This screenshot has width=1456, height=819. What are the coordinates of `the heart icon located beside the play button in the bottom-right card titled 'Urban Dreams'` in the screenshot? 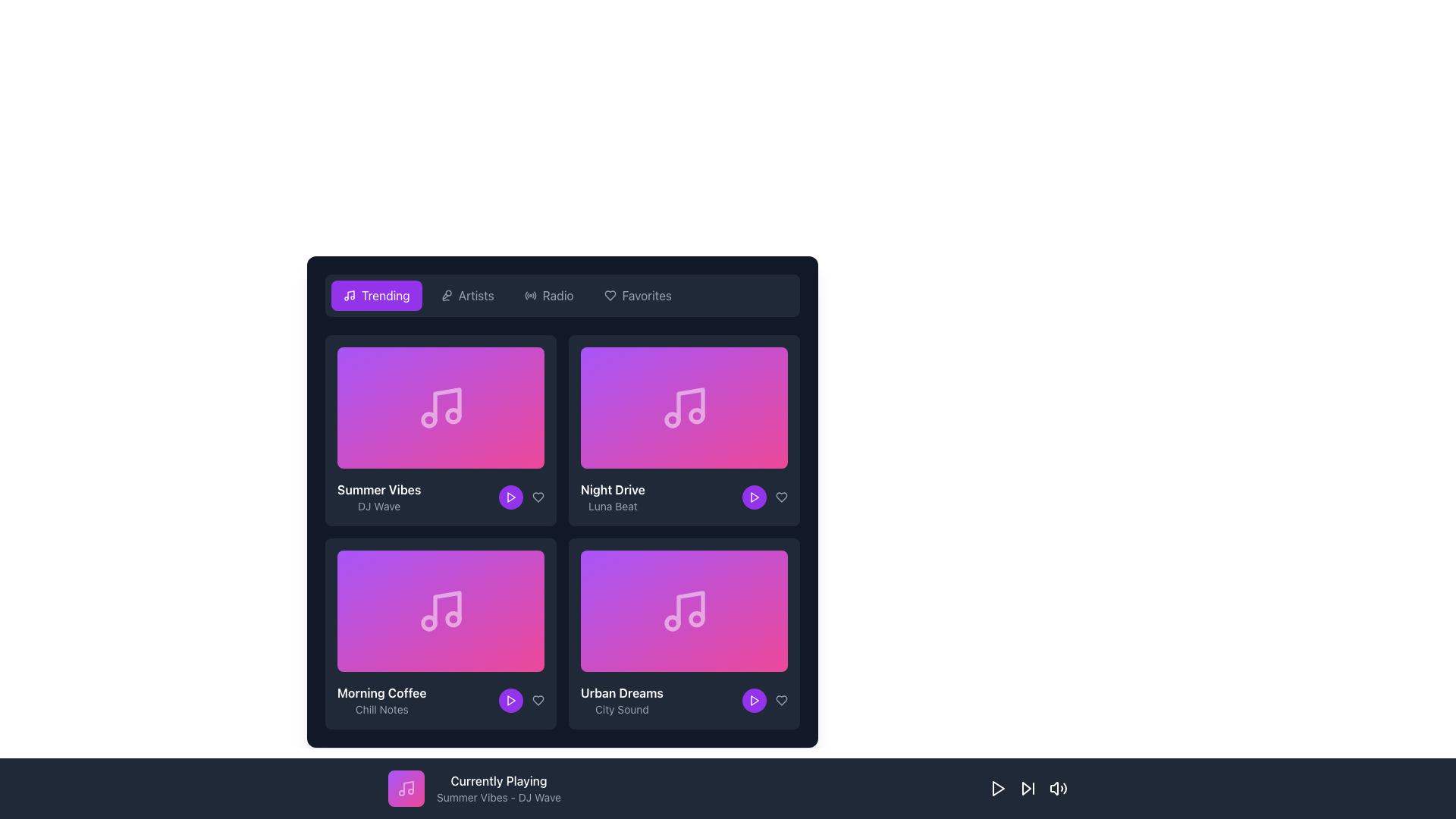 It's located at (782, 701).